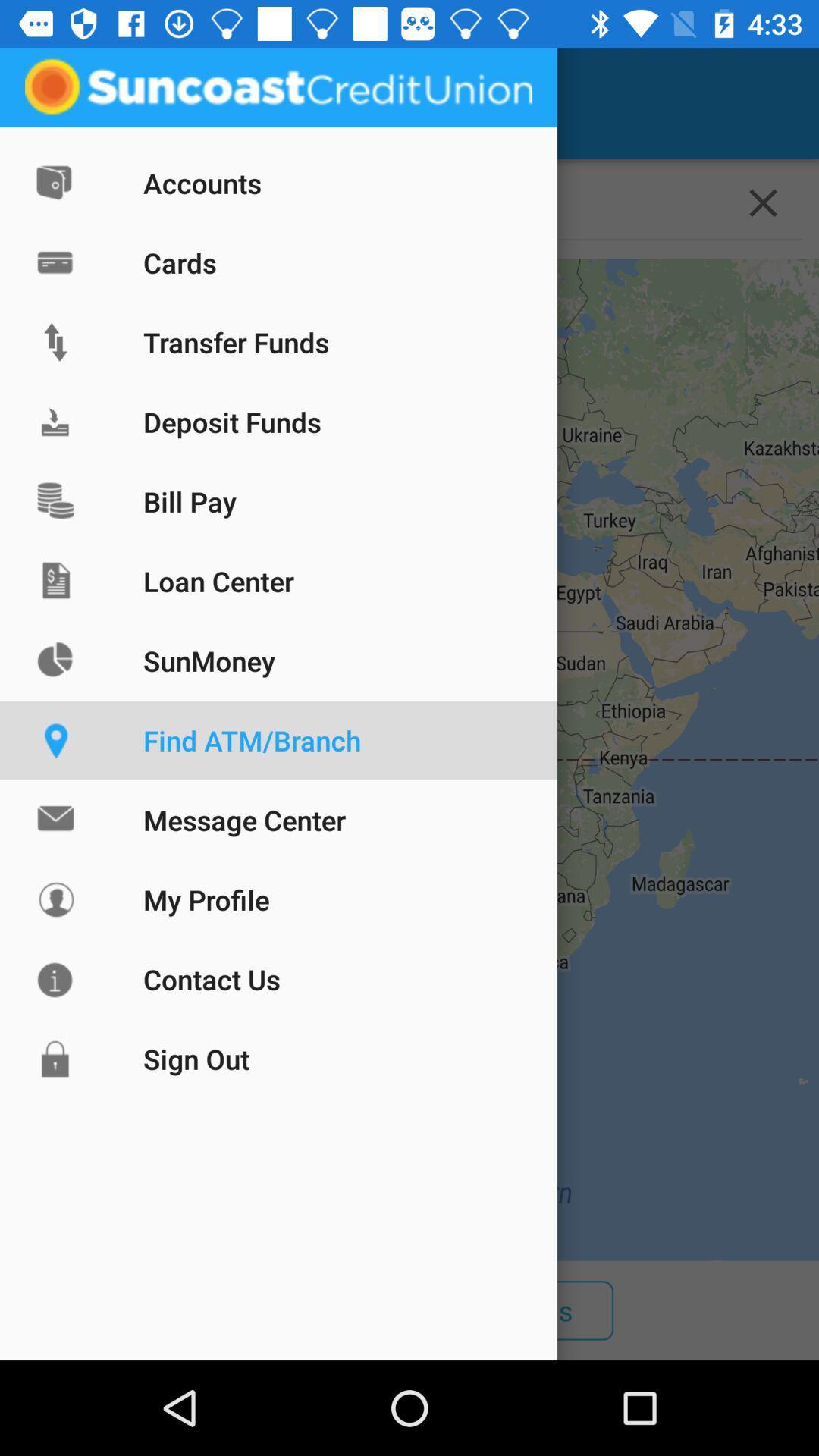 Image resolution: width=819 pixels, height=1456 pixels. What do you see at coordinates (409, 760) in the screenshot?
I see `the icon above all item` at bounding box center [409, 760].